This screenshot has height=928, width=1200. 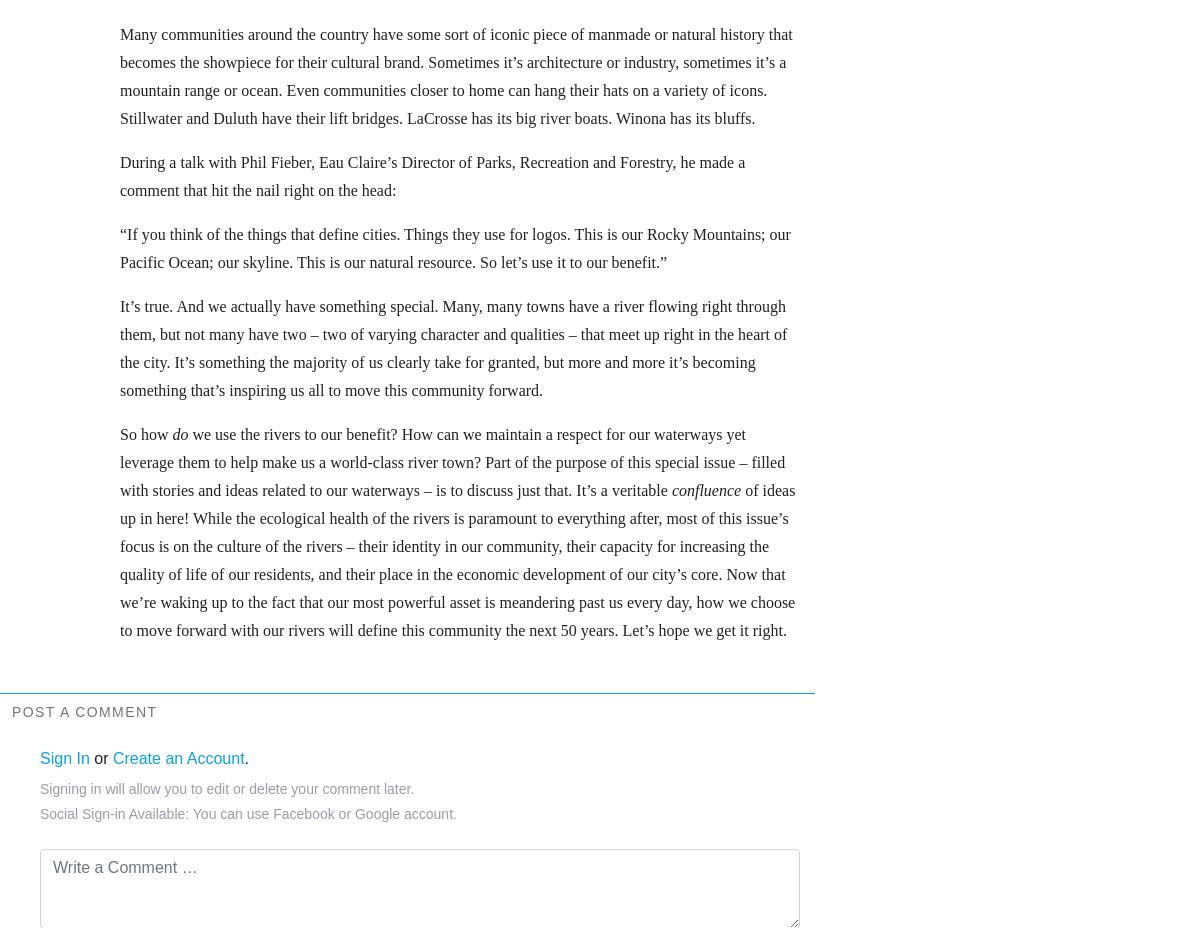 I want to click on 'Post a Comment', so click(x=84, y=710).